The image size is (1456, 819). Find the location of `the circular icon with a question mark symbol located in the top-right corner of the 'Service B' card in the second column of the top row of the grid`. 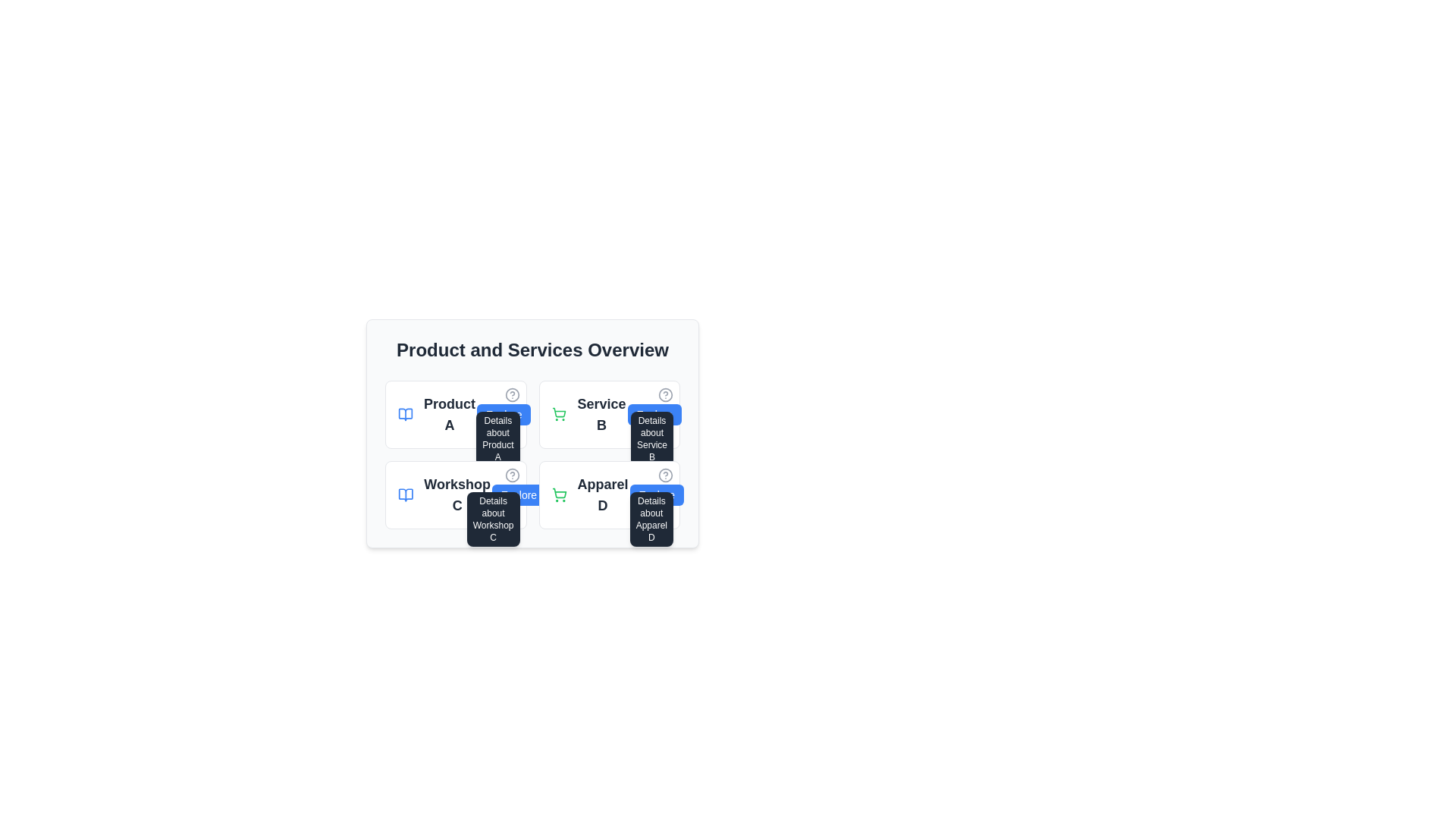

the circular icon with a question mark symbol located in the top-right corner of the 'Service B' card in the second column of the top row of the grid is located at coordinates (666, 394).